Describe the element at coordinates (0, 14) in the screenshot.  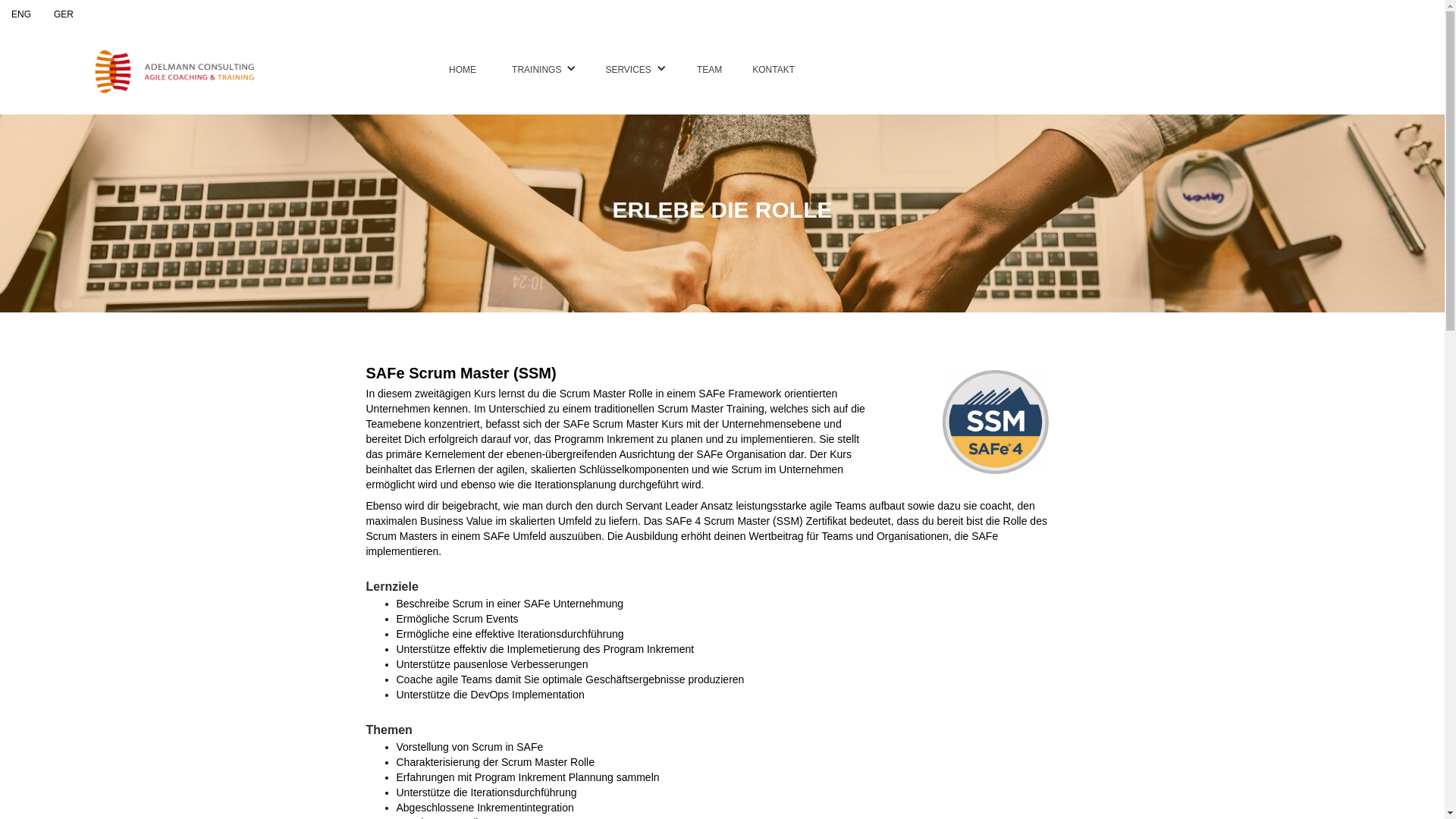
I see `'ENG'` at that location.